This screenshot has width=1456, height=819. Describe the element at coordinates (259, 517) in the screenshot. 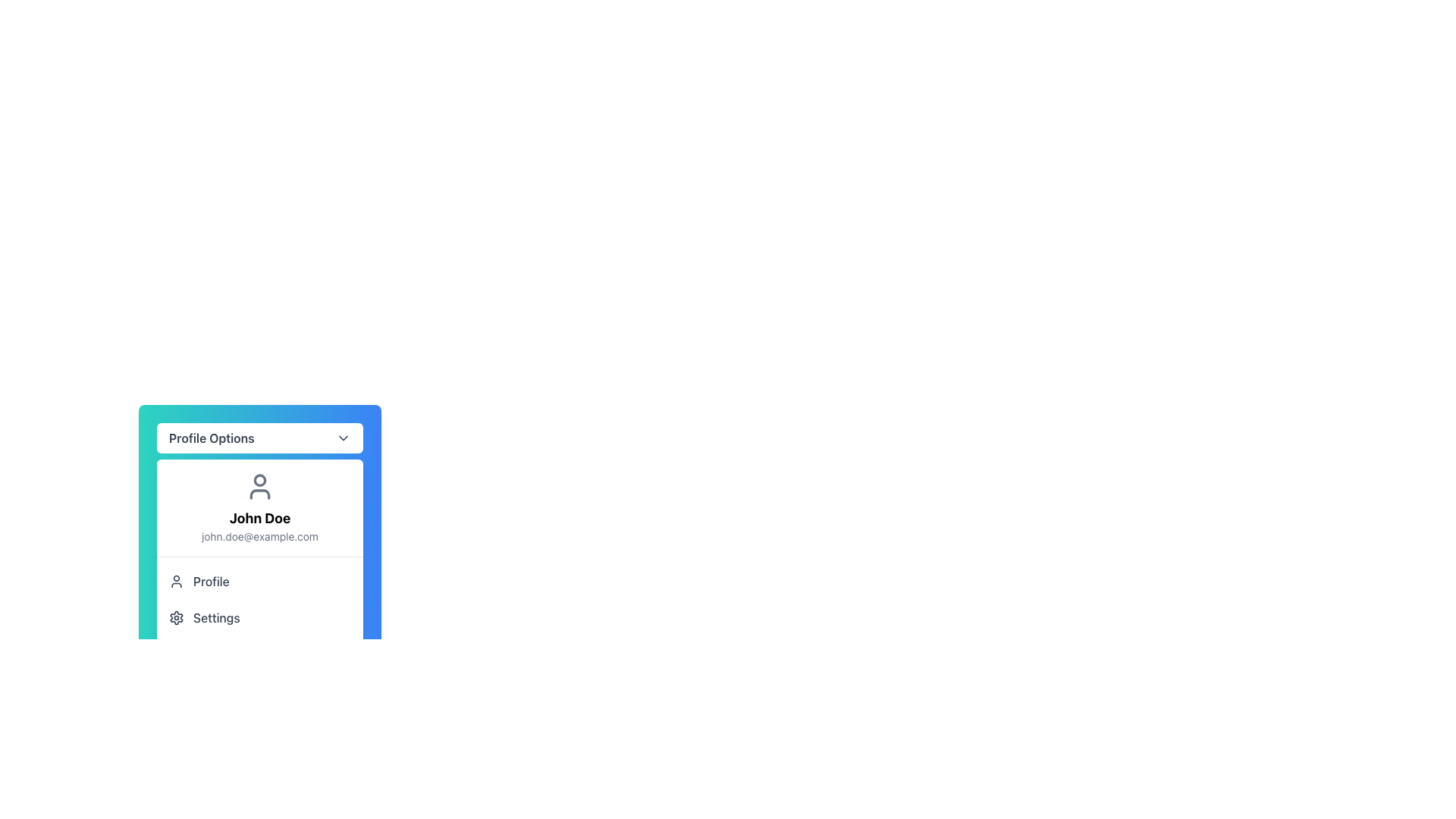

I see `the static text displaying the user's name located in the middle of the profile card, positioned below the user icon and above the email text` at that location.